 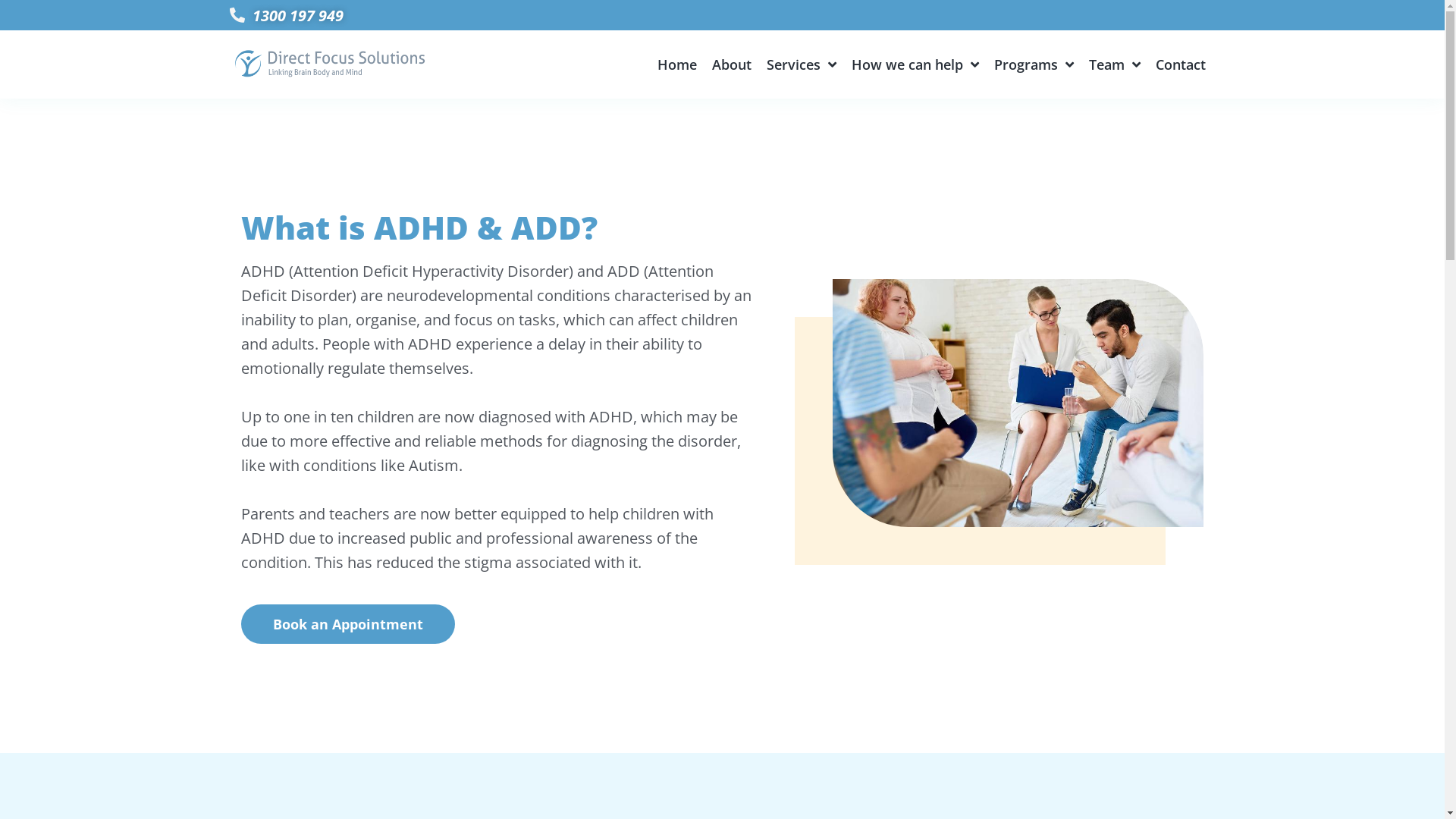 What do you see at coordinates (720, 14) in the screenshot?
I see `'1300 197 949'` at bounding box center [720, 14].